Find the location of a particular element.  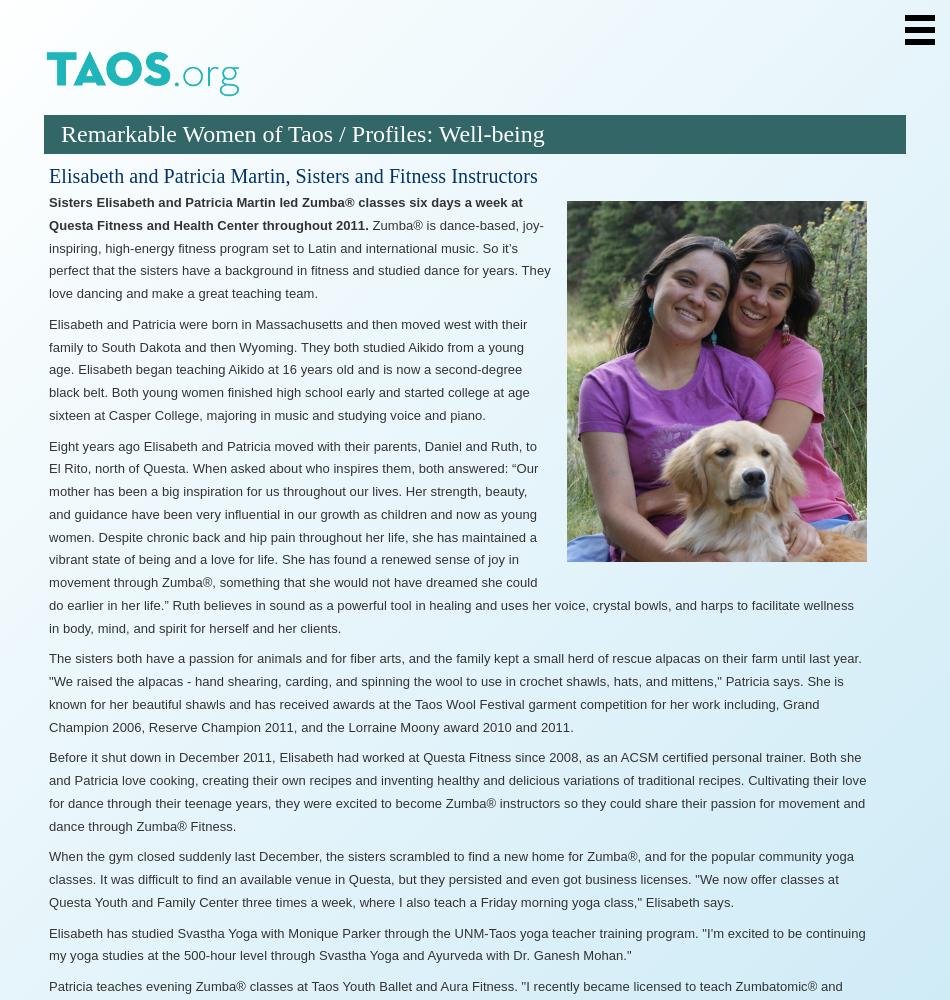

'Eight years ago Elisabeth and Patricia moved with their parents, Daniel and Ruth, to El Rito, north of Questa. When asked about who inspires them, both answered: “Our mother has been a big inspiration for us throughout our lives. Her strength, beauty, and guidance have been very influential in our growth as children and now as young women. Despite chronic back and hip pain throughout her life, she has maintained a vibrant state of being and a love for life. She has found a renewed sense of joy in movement through Zumba®, something that she would not have dreamed she could do earlier in her life.” Ruth believes in sound as a powerful tool in healing and uses her voice, crystal bowls, and harps to facilitate wellness in body, mind, and spirit for herself and her clients.' is located at coordinates (450, 536).